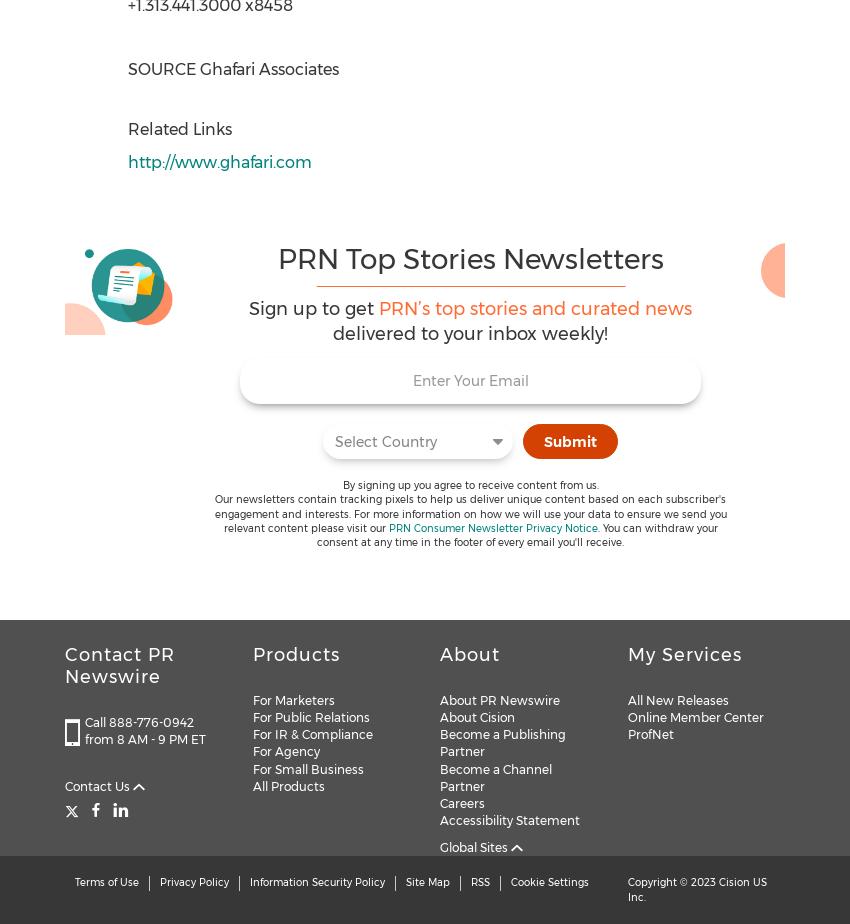  I want to click on 'For Small Business', so click(307, 768).